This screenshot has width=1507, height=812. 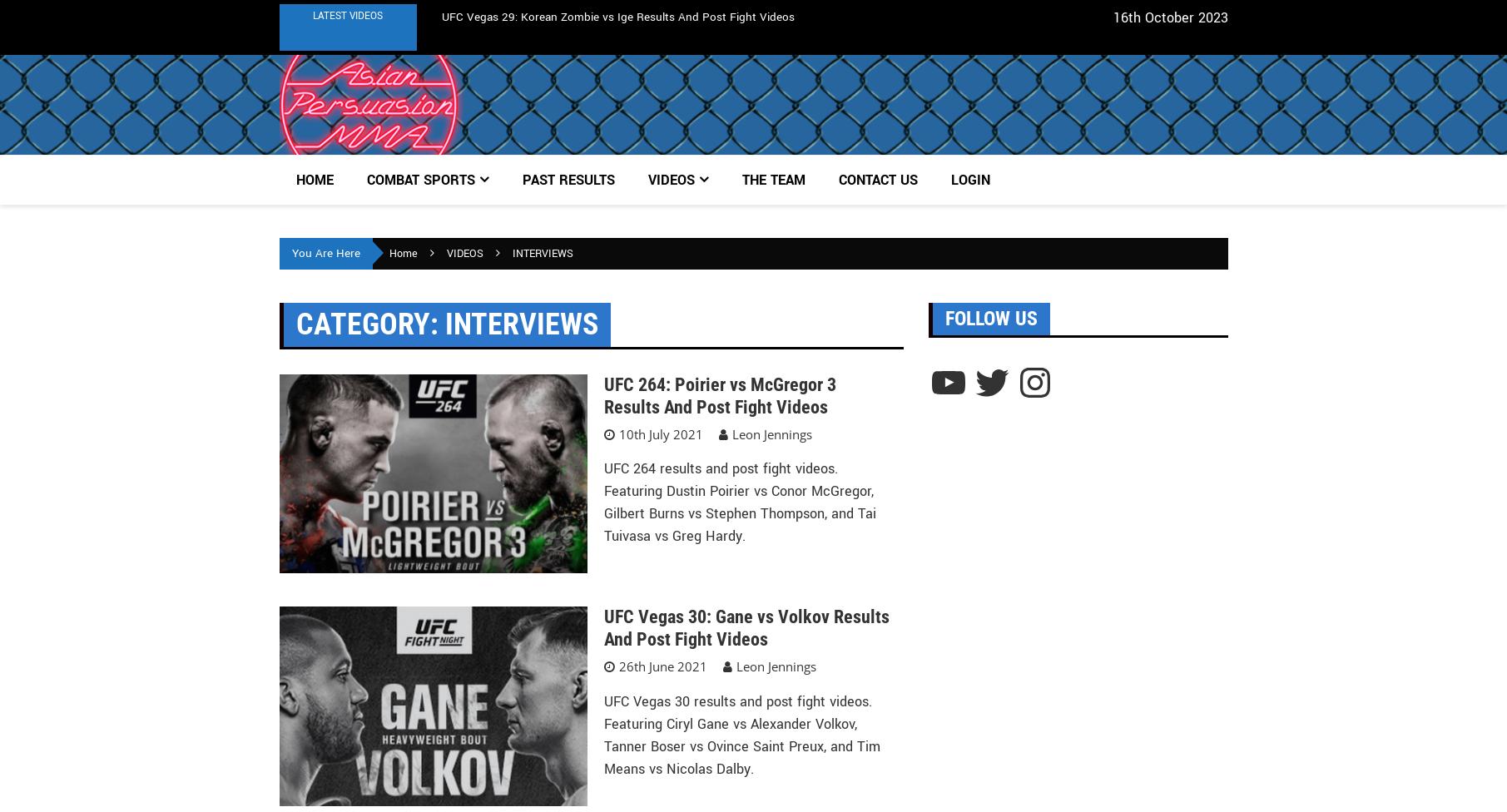 I want to click on '16th October 2023', so click(x=1169, y=17).